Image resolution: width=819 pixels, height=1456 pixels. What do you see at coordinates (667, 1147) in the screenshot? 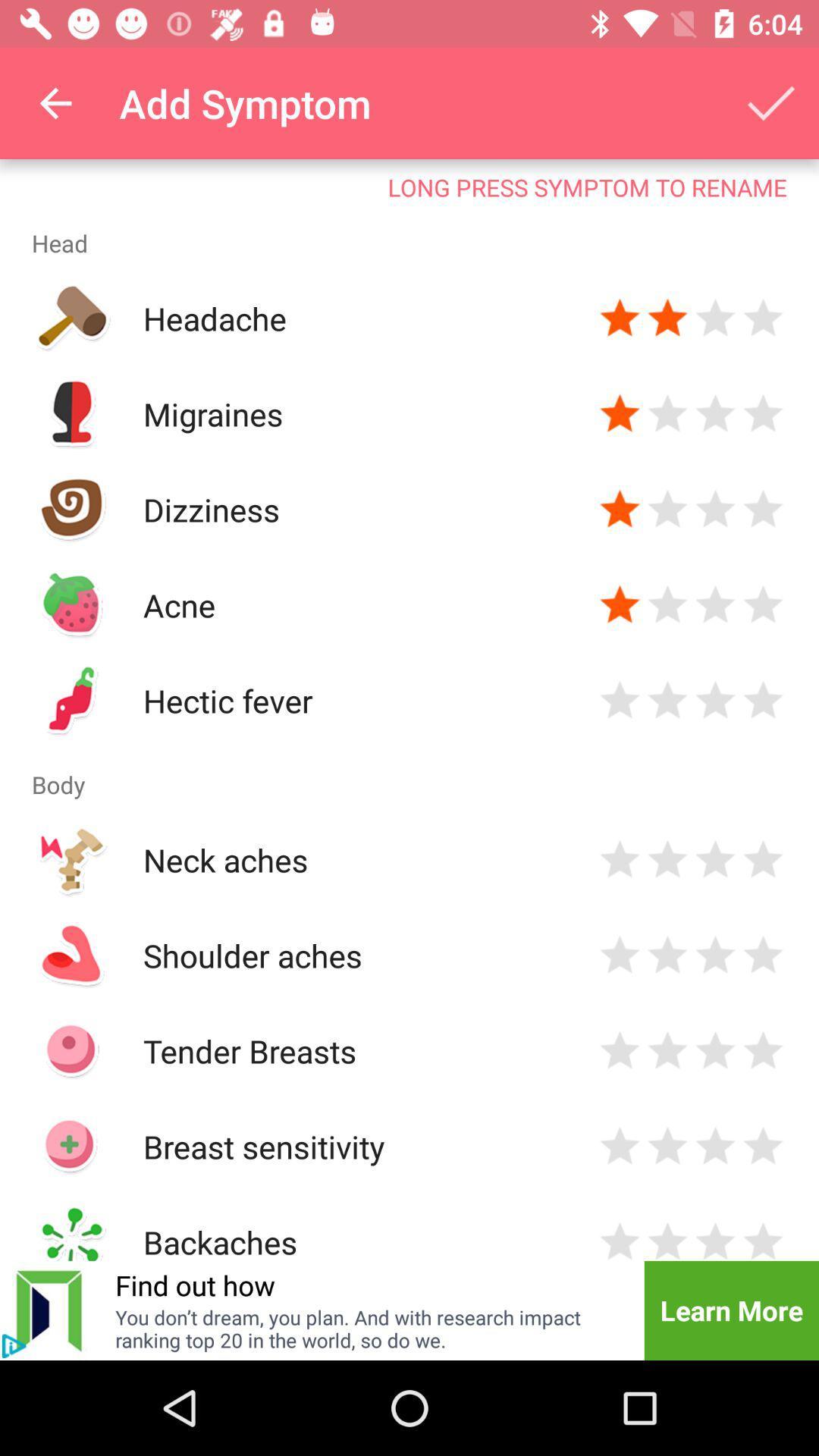
I see `two stars` at bounding box center [667, 1147].